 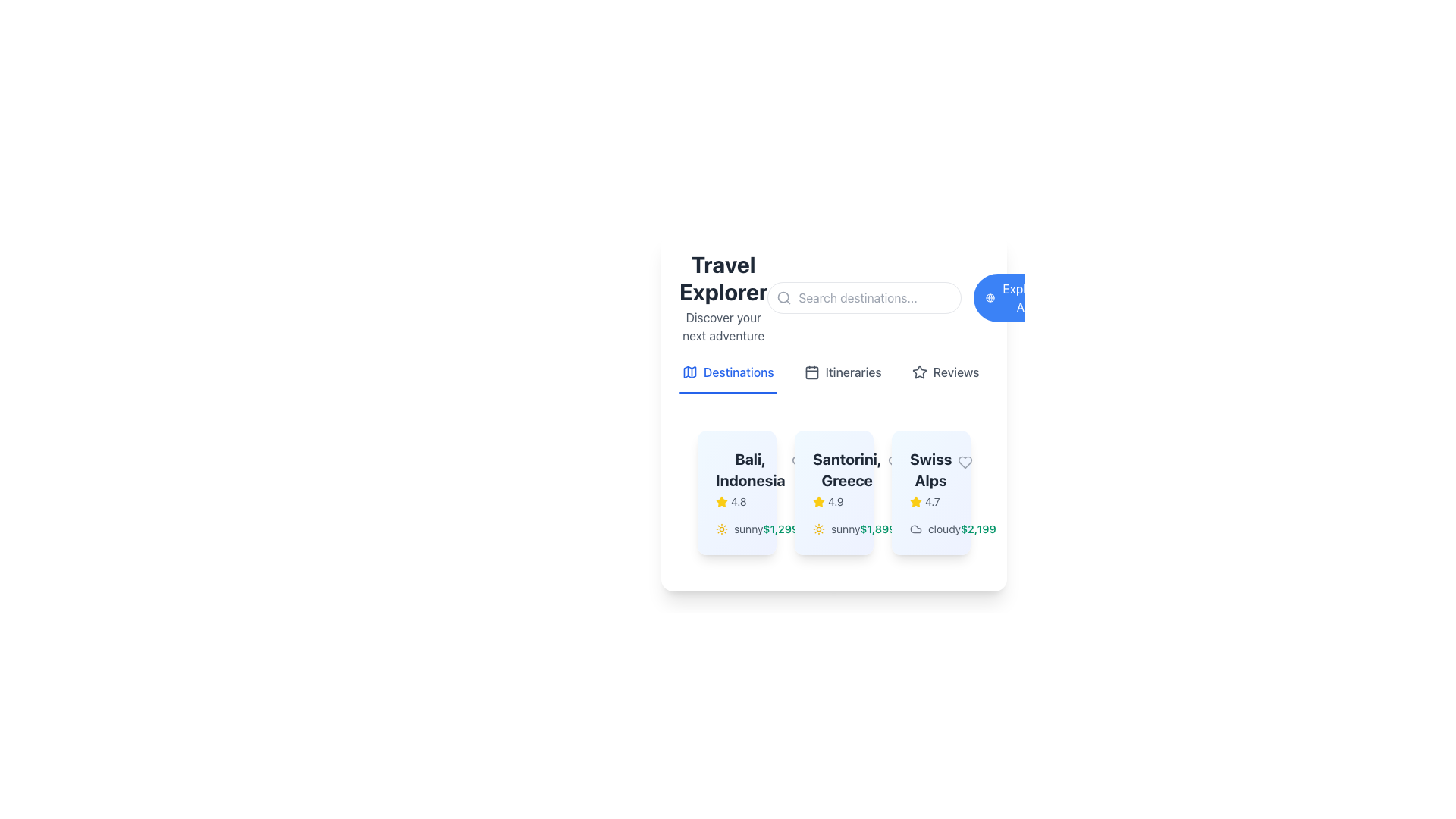 I want to click on the text label displaying the cost of the travel package for Santorini, Greece, located at the bottom of the corresponding card, so click(x=877, y=529).